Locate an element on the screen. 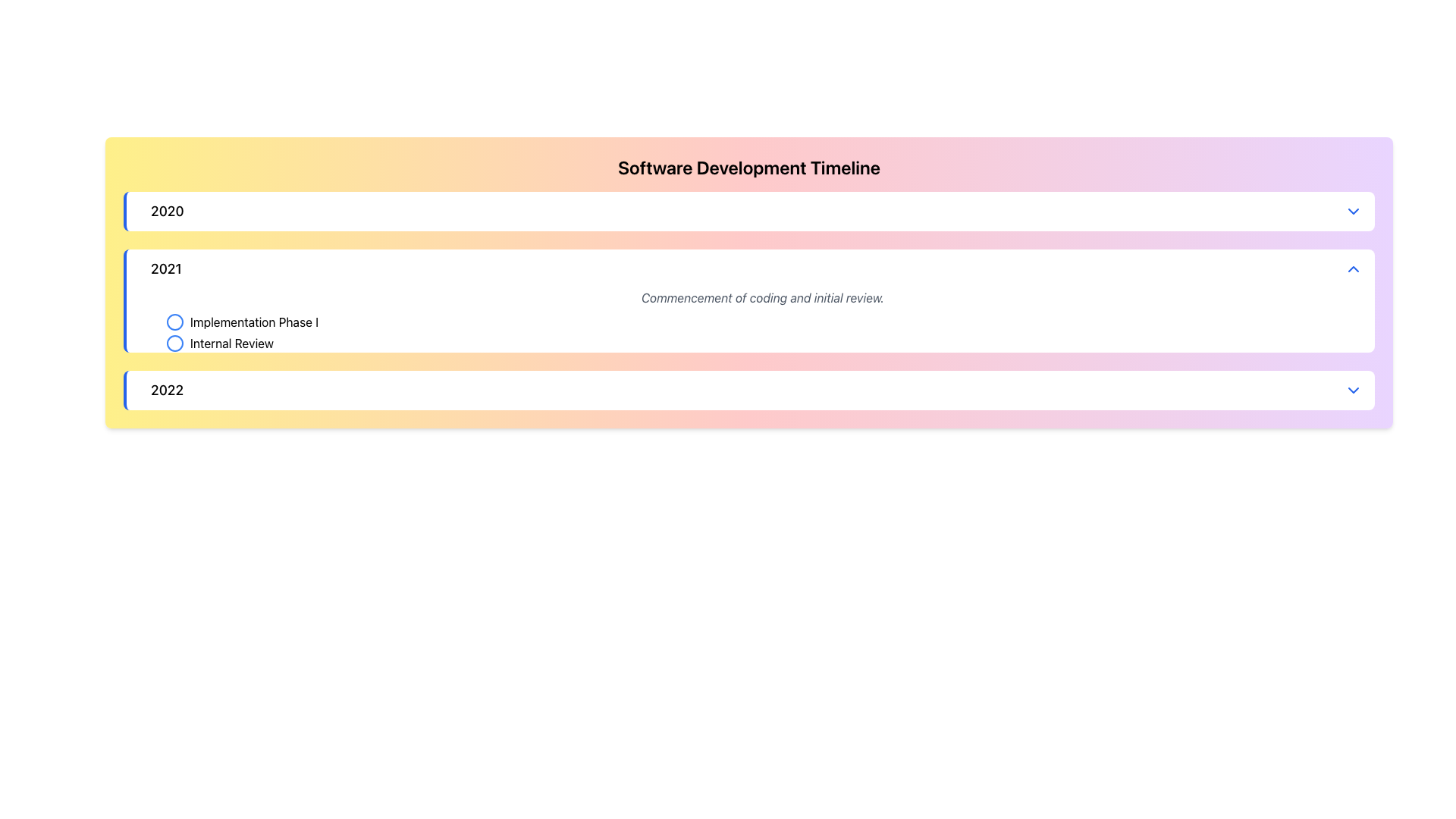 The height and width of the screenshot is (819, 1456). the blue downward-facing chevron icon located at the rightmost edge of the '2022' section is located at coordinates (1354, 390).